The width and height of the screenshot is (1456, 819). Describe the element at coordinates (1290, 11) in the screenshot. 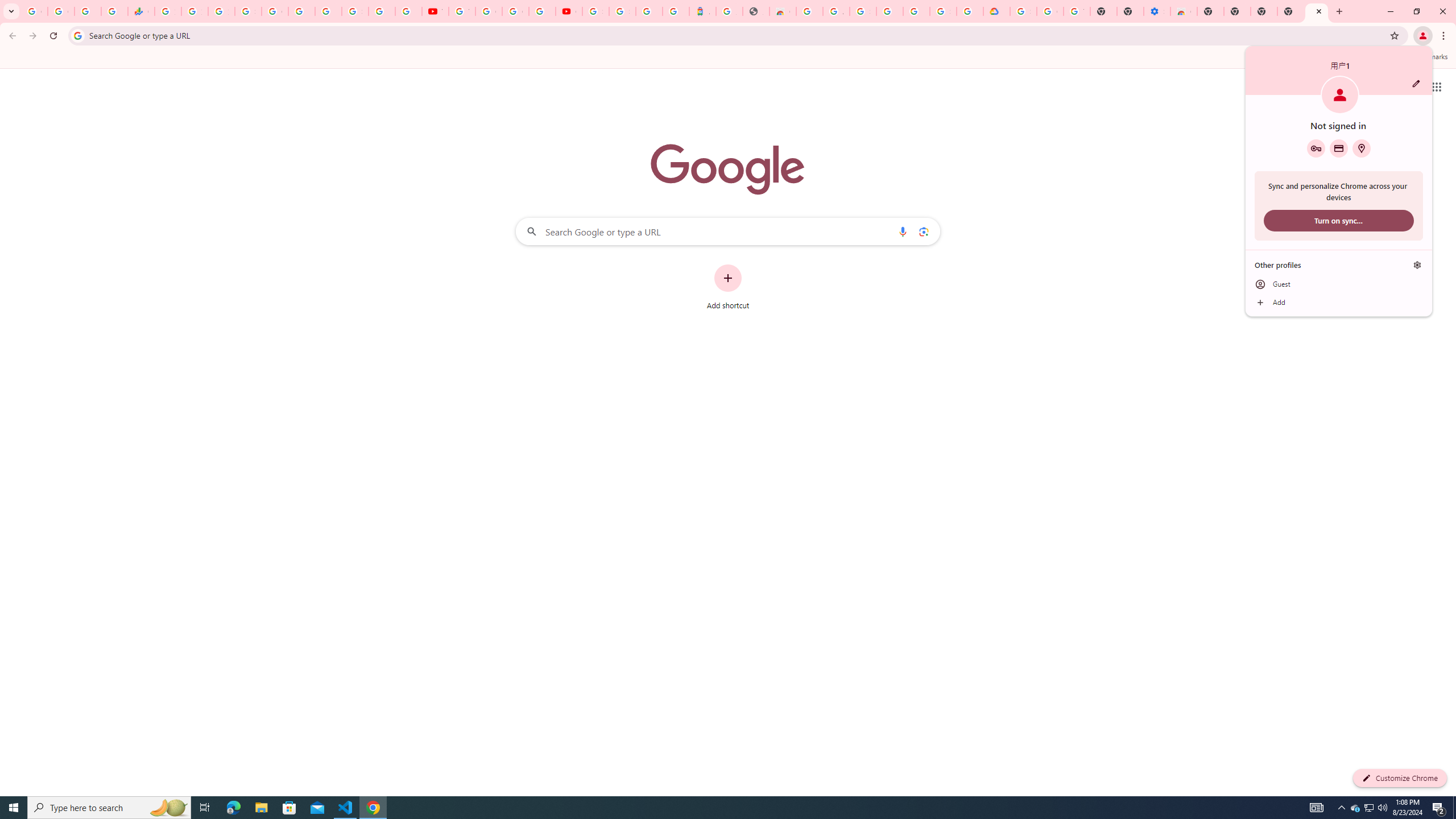

I see `'New Tab'` at that location.